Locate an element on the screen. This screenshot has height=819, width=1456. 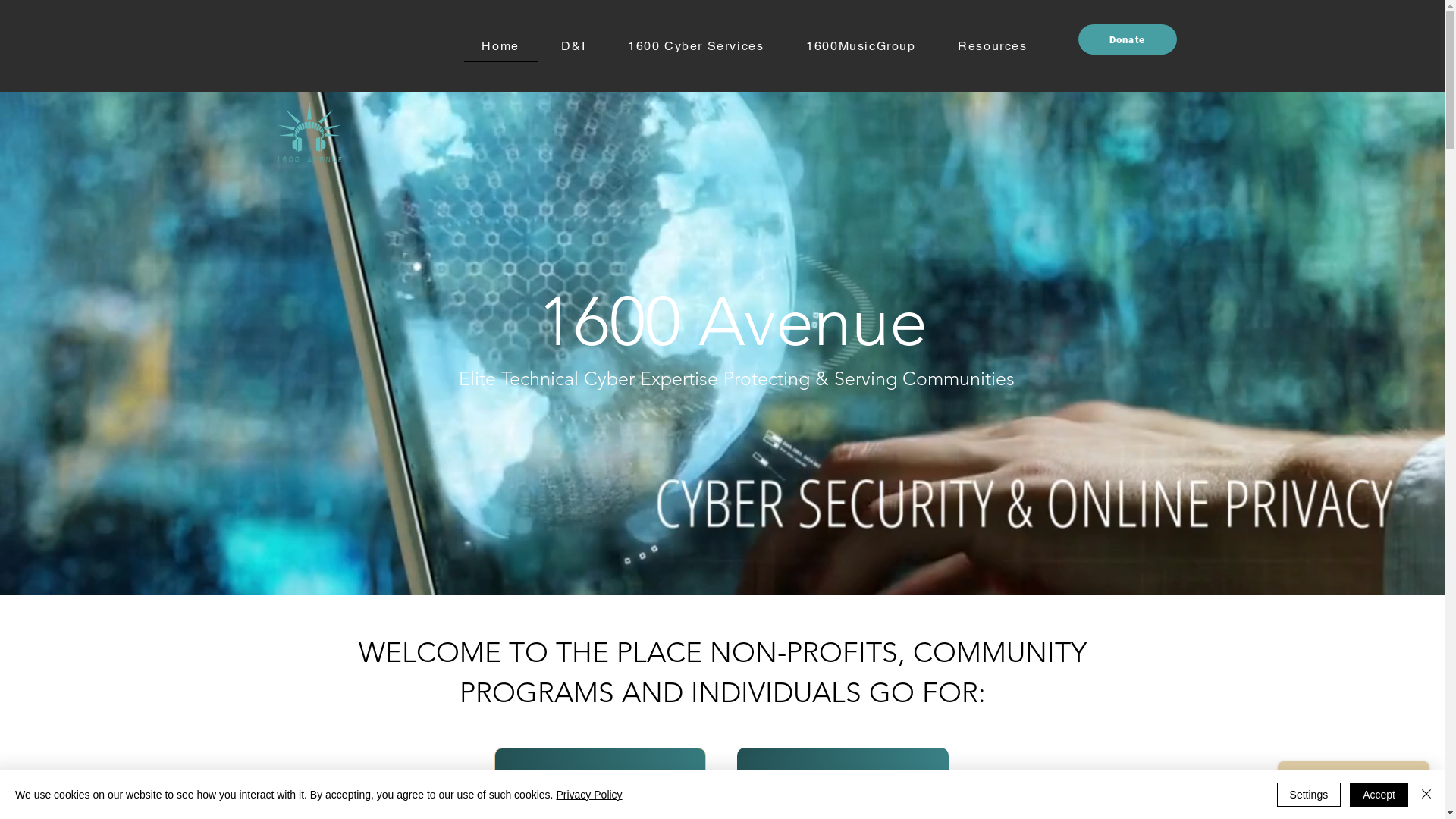
'Privacy Policy' is located at coordinates (588, 794).